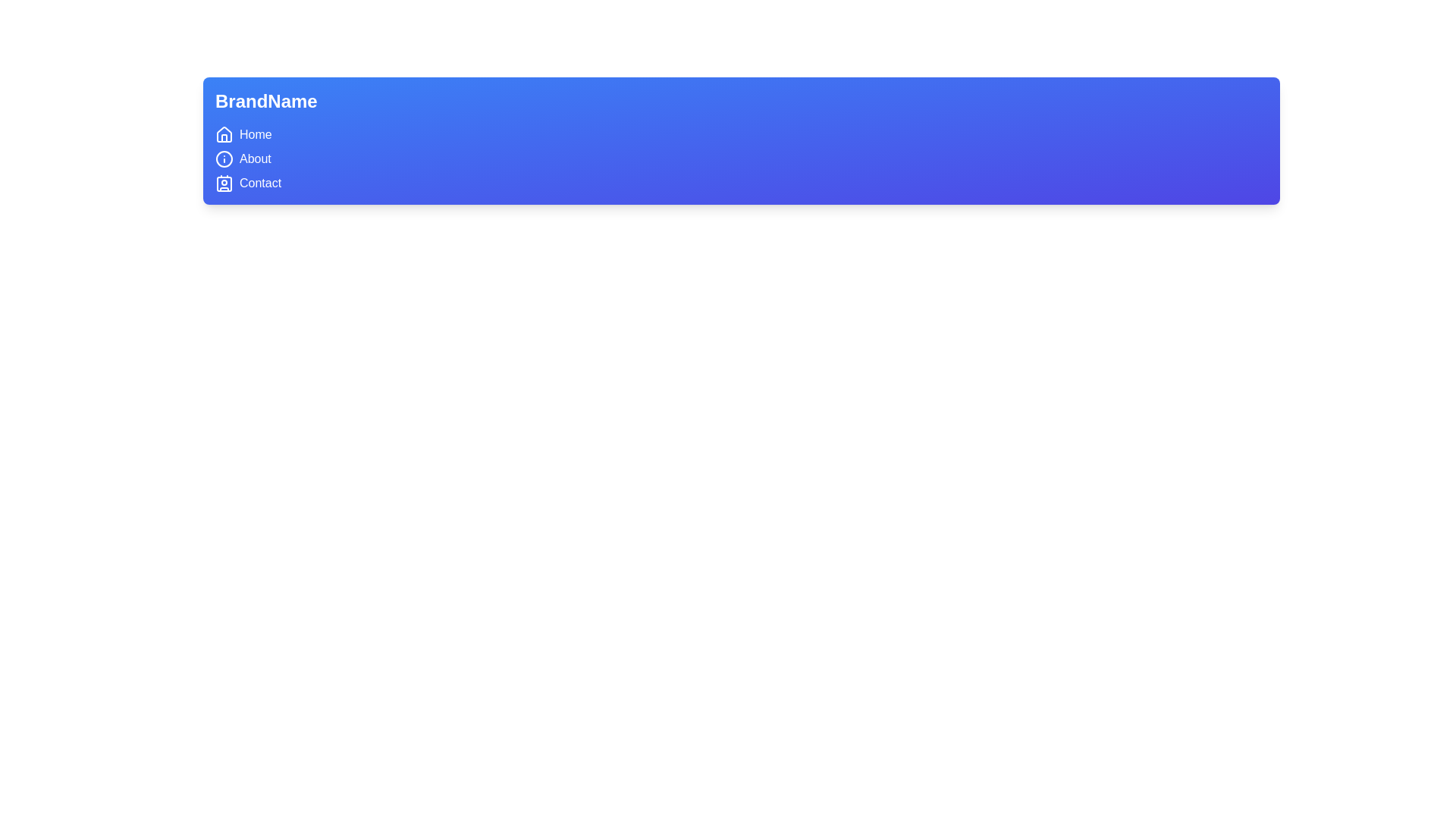 The height and width of the screenshot is (819, 1456). What do you see at coordinates (256, 133) in the screenshot?
I see `the 'Home' hyperlink text label, which is underlined and located to the right of a house icon` at bounding box center [256, 133].